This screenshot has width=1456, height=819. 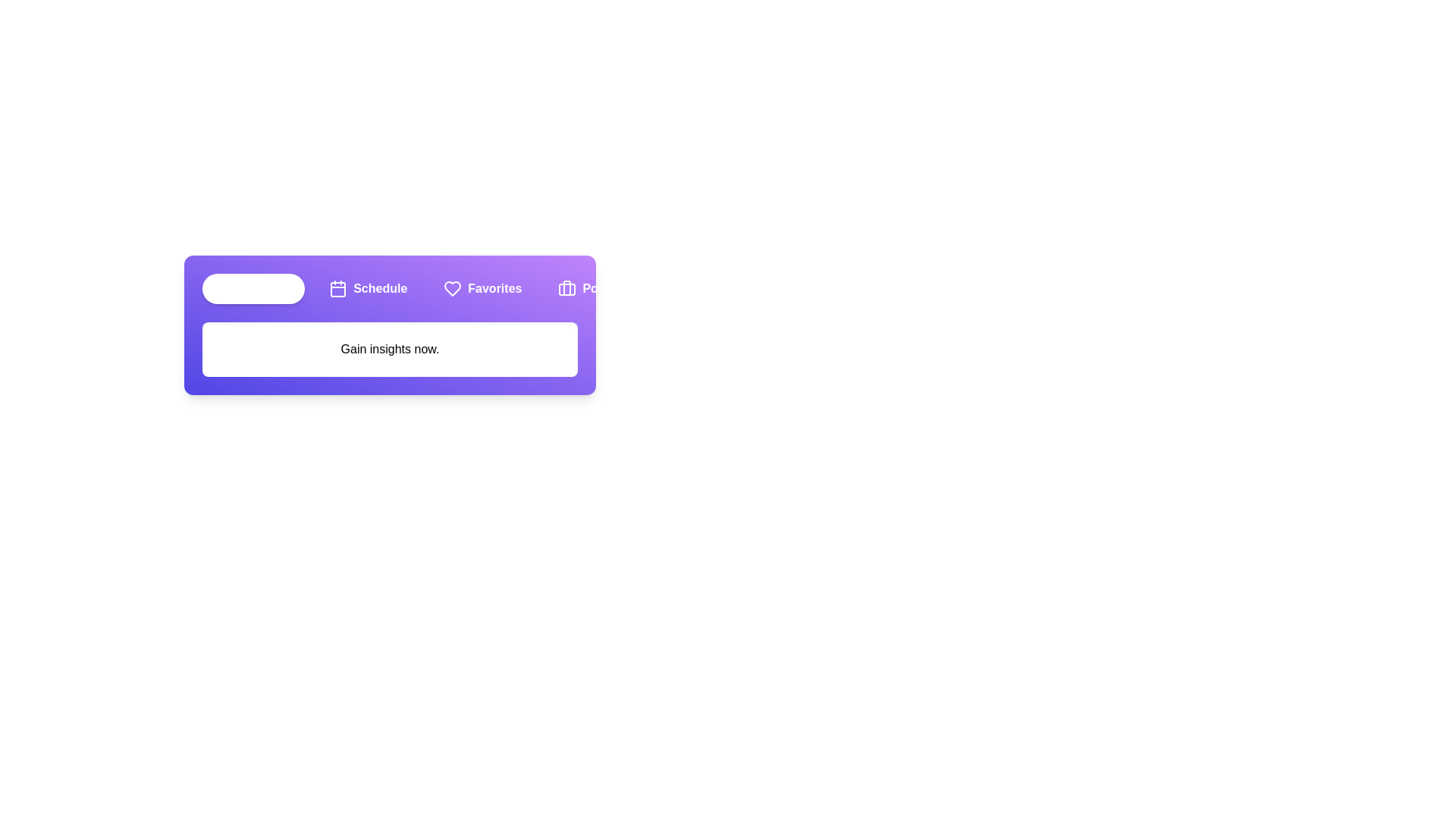 What do you see at coordinates (253, 289) in the screenshot?
I see `the Overview tab` at bounding box center [253, 289].